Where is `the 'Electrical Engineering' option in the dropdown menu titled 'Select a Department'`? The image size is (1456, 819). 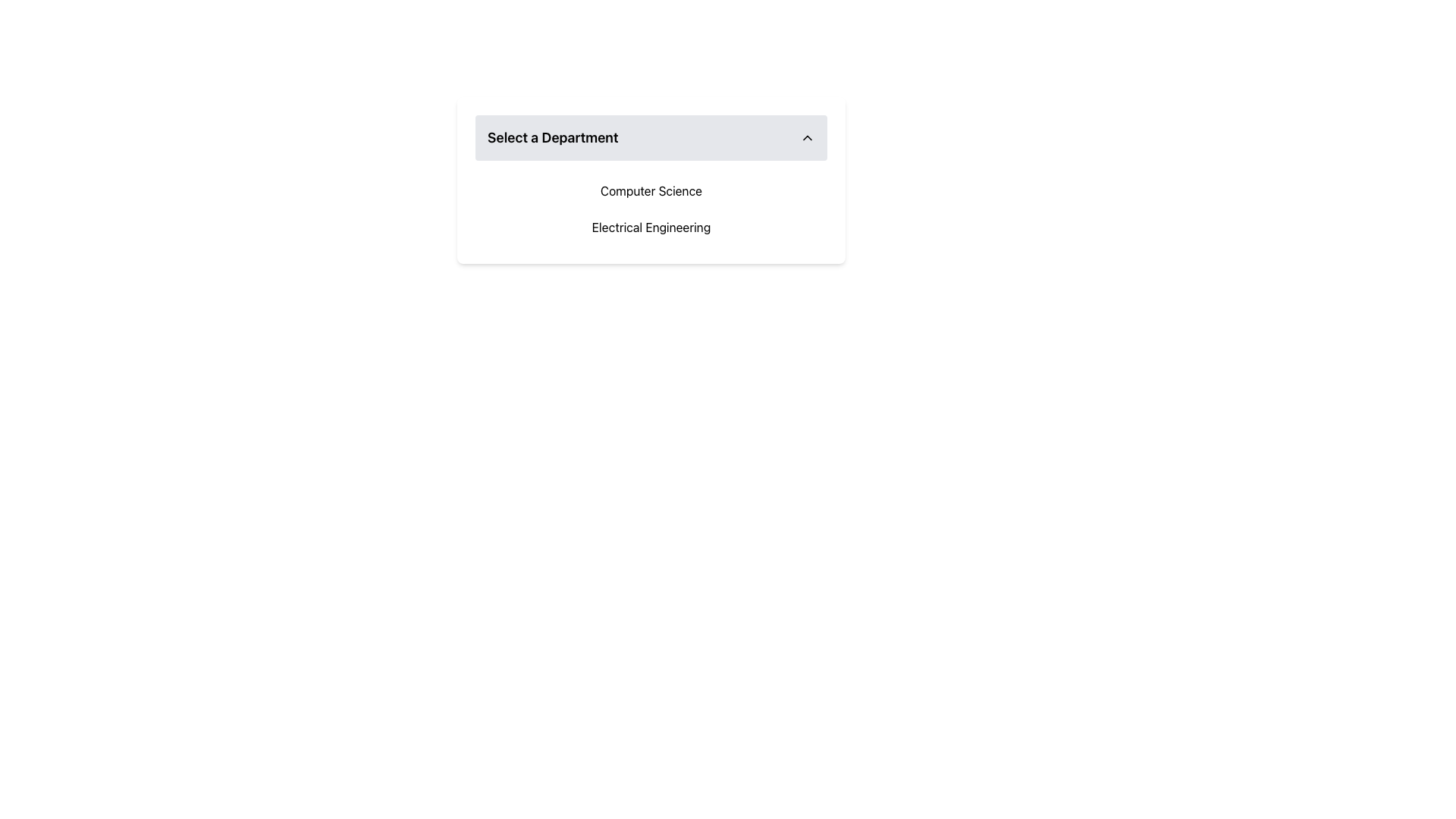
the 'Electrical Engineering' option in the dropdown menu titled 'Select a Department' is located at coordinates (651, 227).